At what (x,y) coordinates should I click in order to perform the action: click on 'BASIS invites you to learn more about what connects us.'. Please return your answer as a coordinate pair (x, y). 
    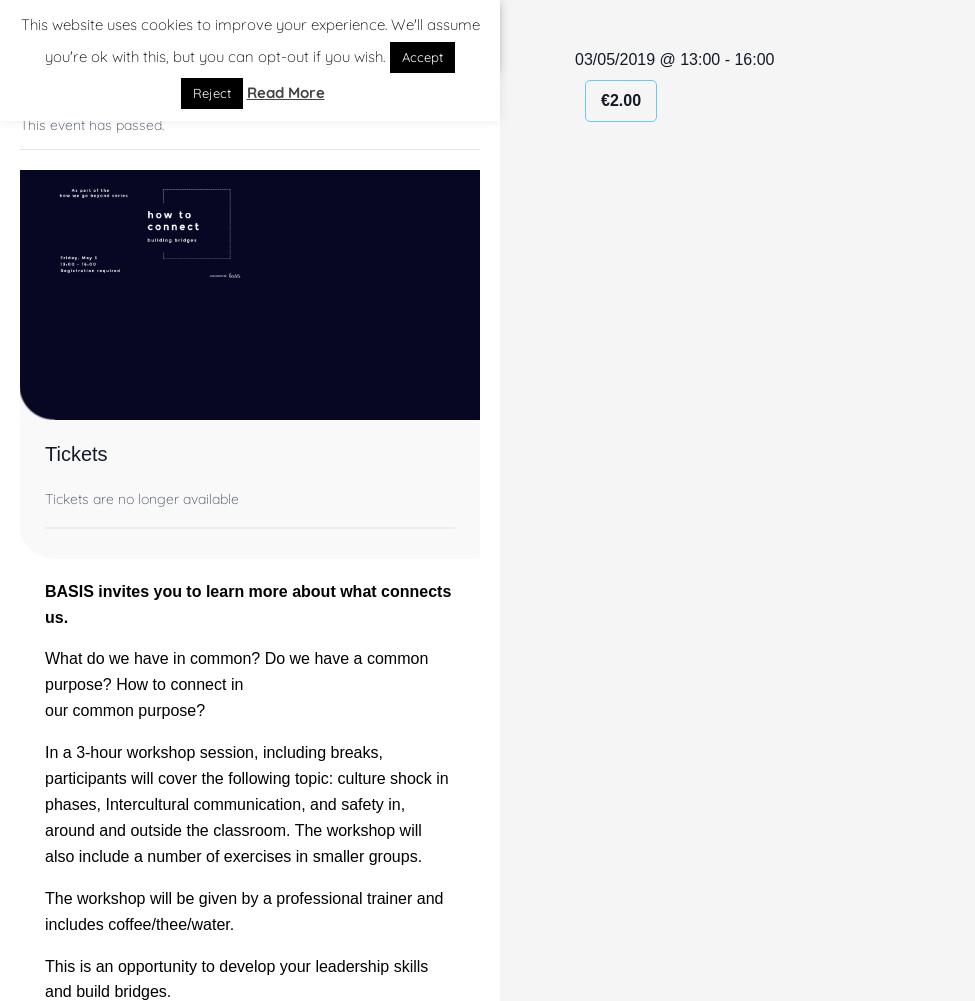
    Looking at the image, I should click on (248, 603).